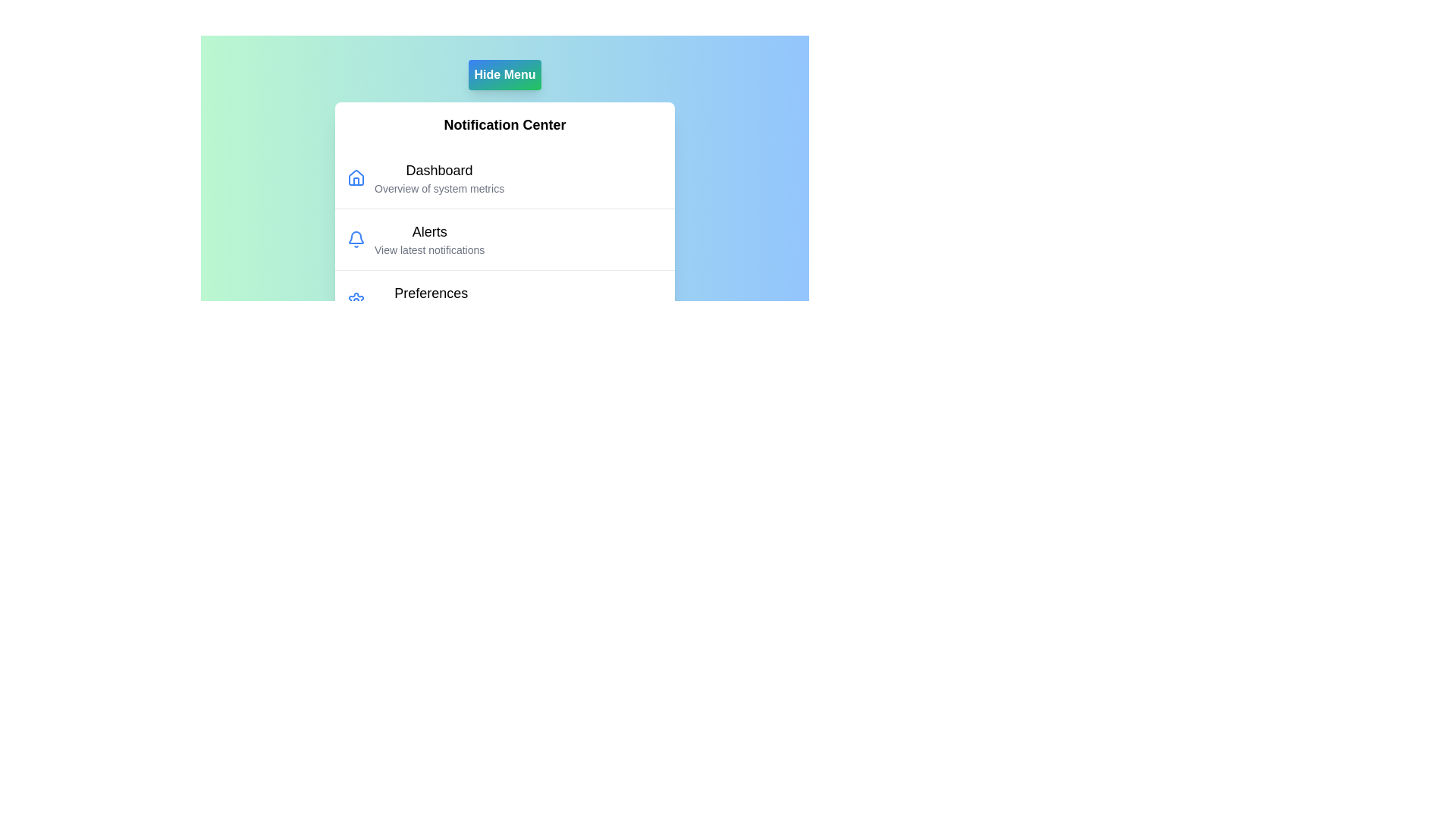 This screenshot has width=1456, height=819. Describe the element at coordinates (438, 170) in the screenshot. I see `the menu item labeled Dashboard to highlight it` at that location.